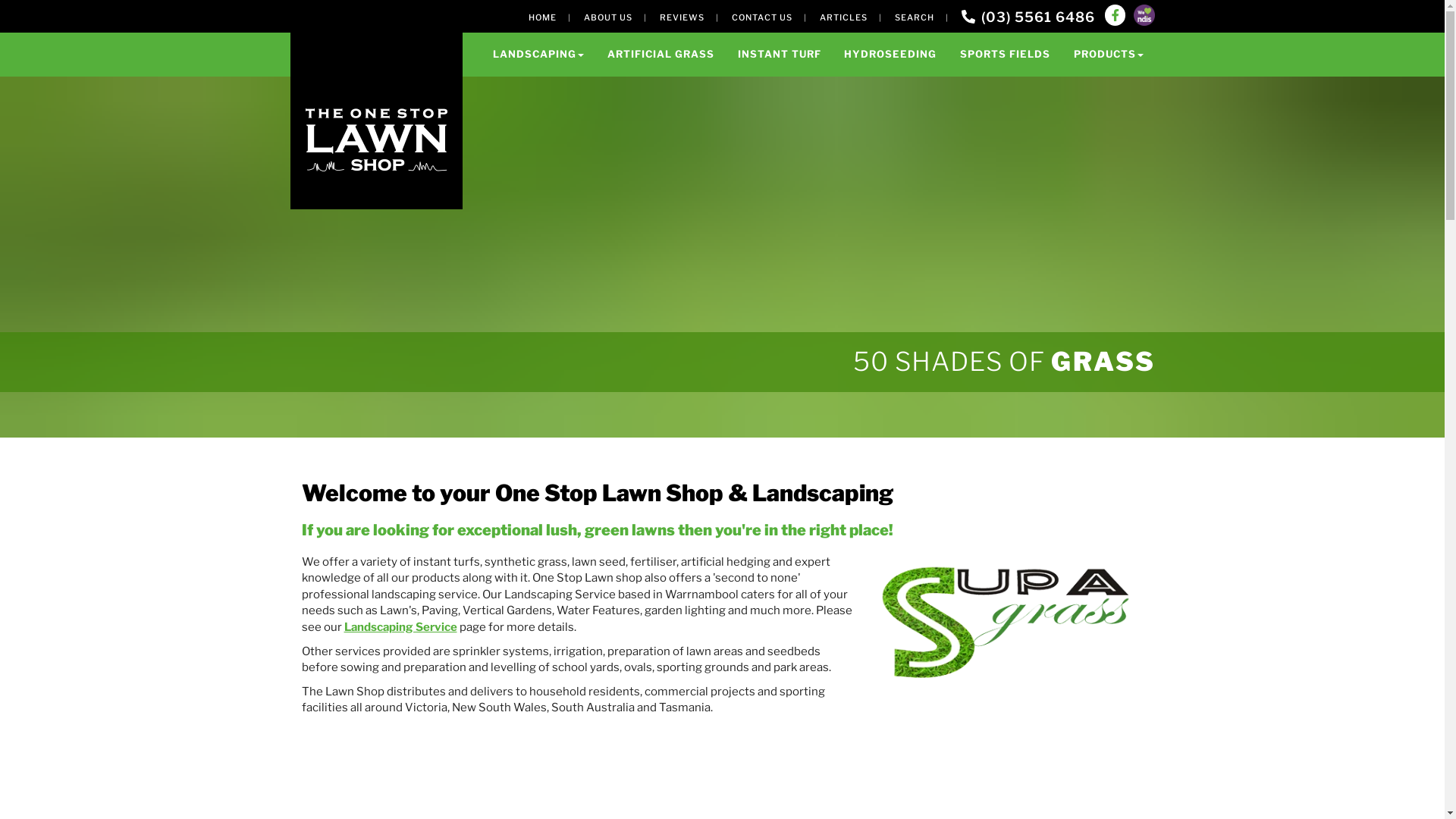 The height and width of the screenshot is (819, 1456). What do you see at coordinates (400, 626) in the screenshot?
I see `'Landscaping Service'` at bounding box center [400, 626].